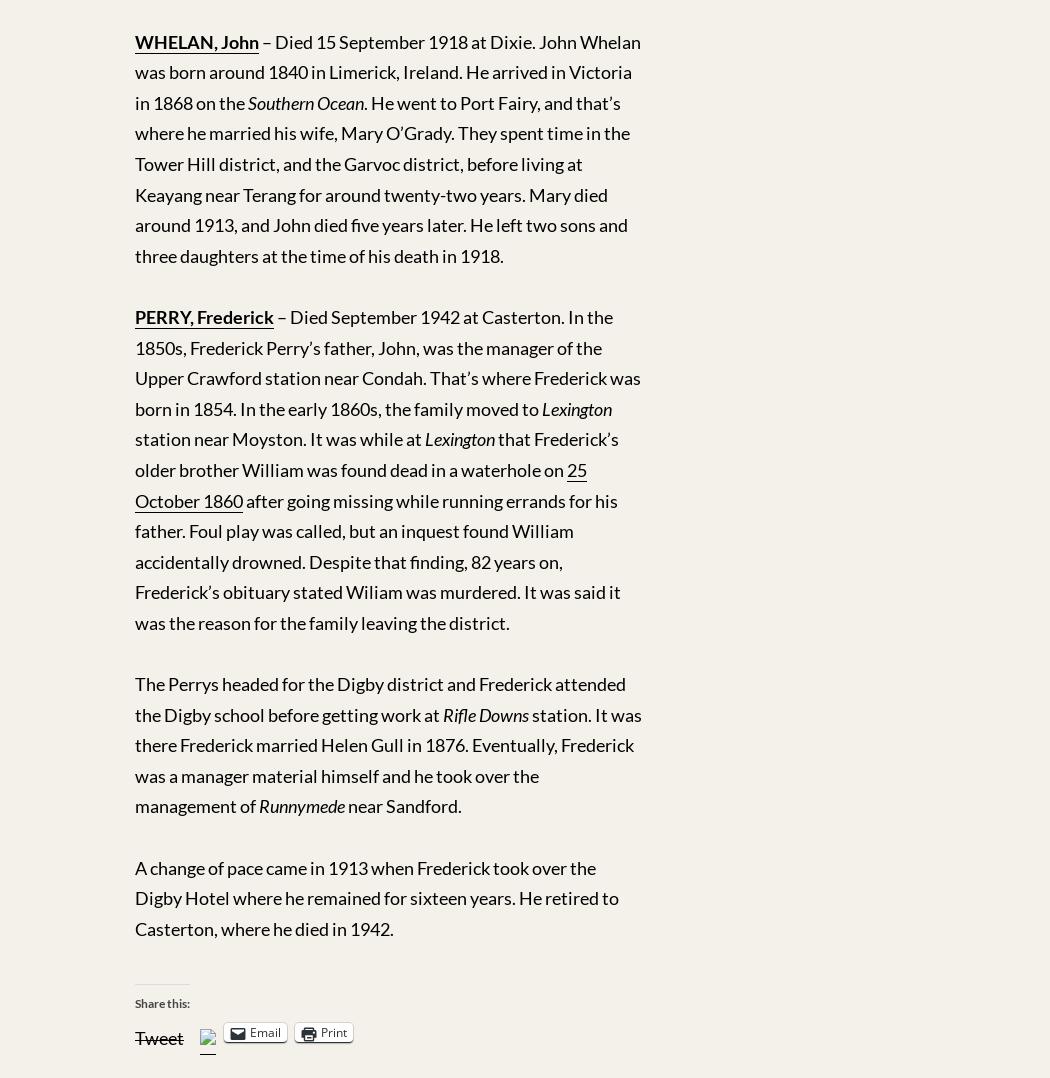  What do you see at coordinates (387, 71) in the screenshot?
I see `'– Died 15 September 1918 at Dixie. John Whelan was born around 1840 in Limerick, Ireland. He arrived in Victoria in 1868 on the'` at bounding box center [387, 71].